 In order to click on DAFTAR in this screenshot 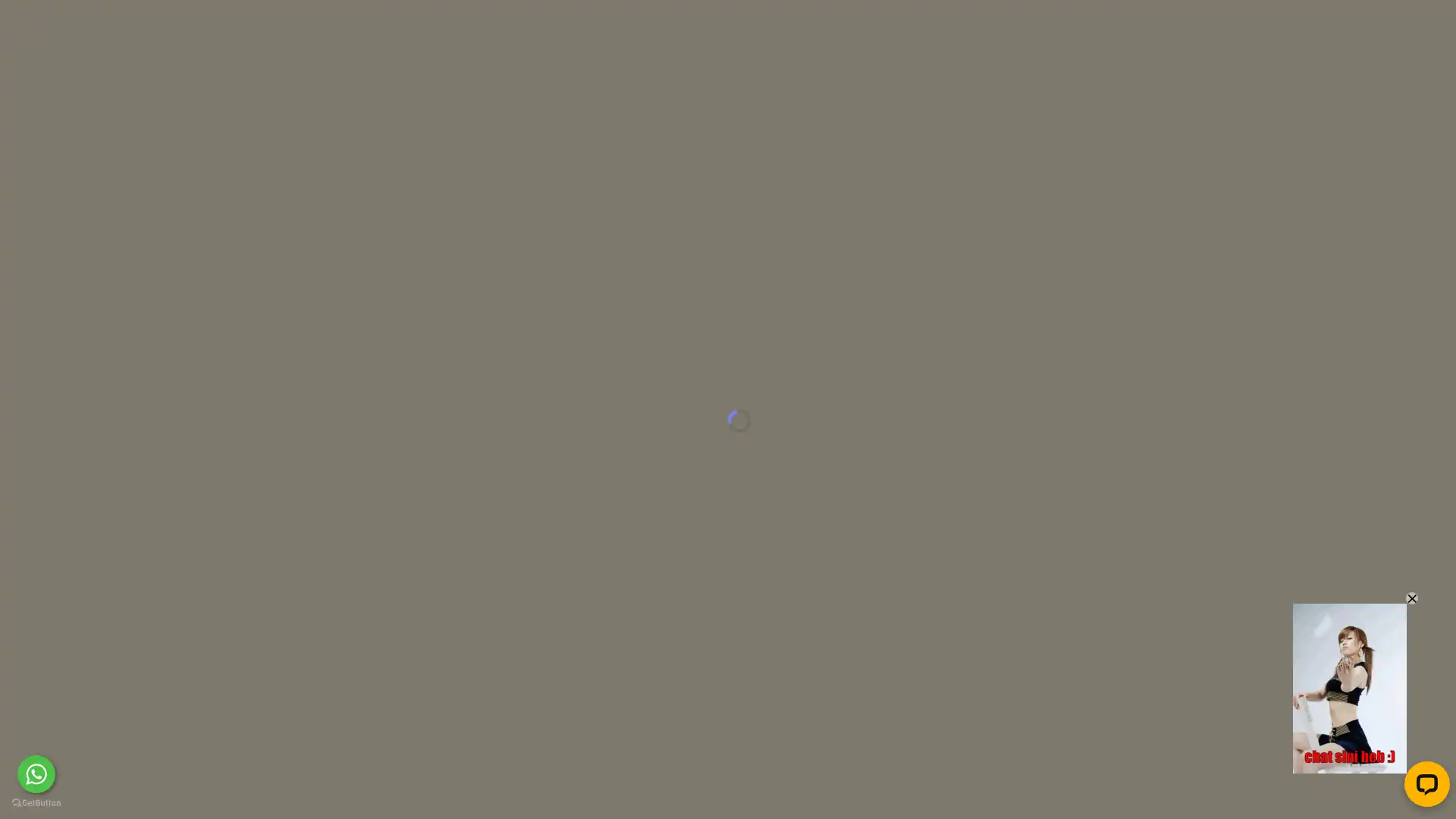, I will do `click(1117, 26)`.